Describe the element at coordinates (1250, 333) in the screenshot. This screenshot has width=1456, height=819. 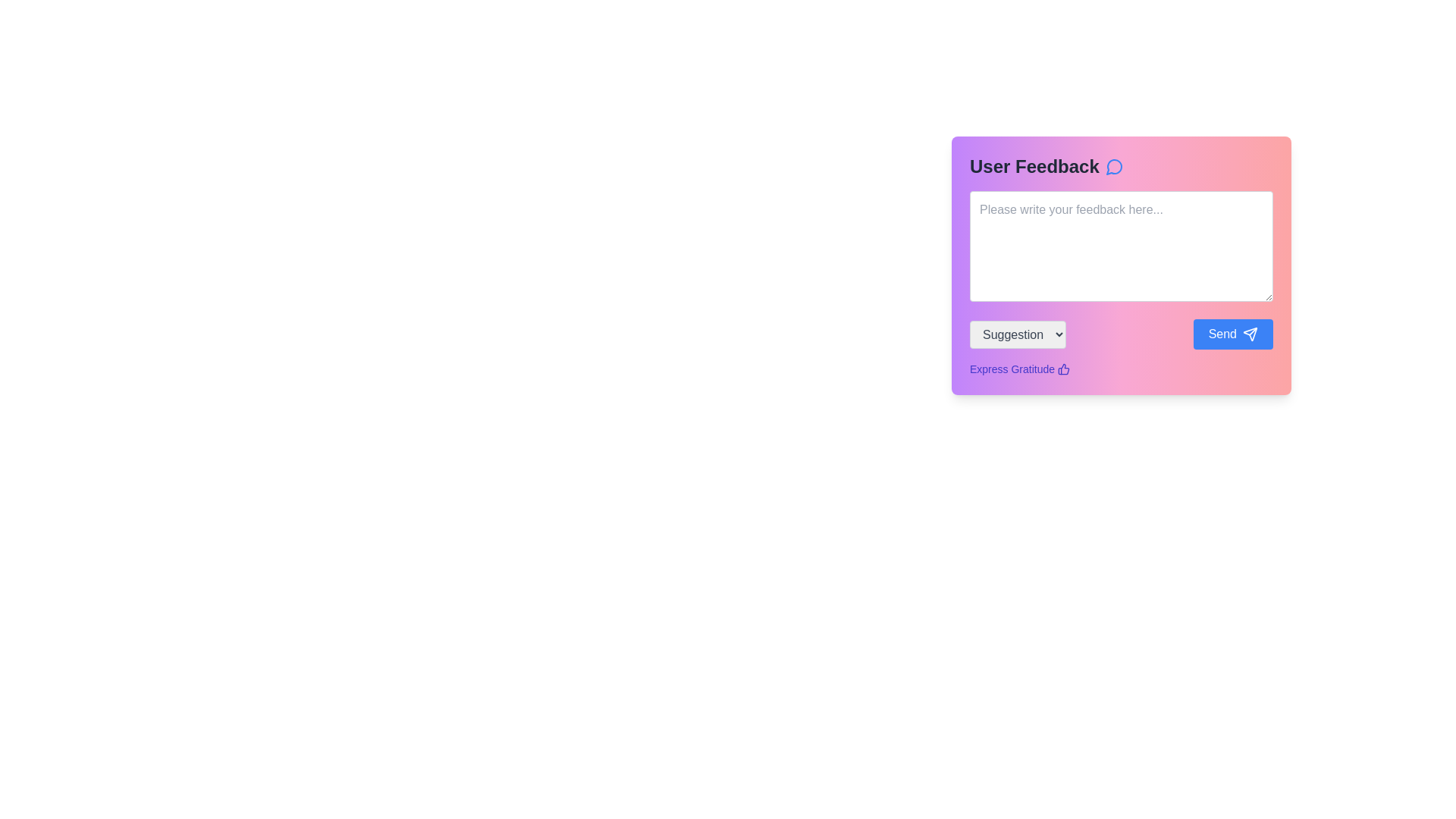
I see `the 'Send' button, which contains an icon representing the action of sending` at that location.